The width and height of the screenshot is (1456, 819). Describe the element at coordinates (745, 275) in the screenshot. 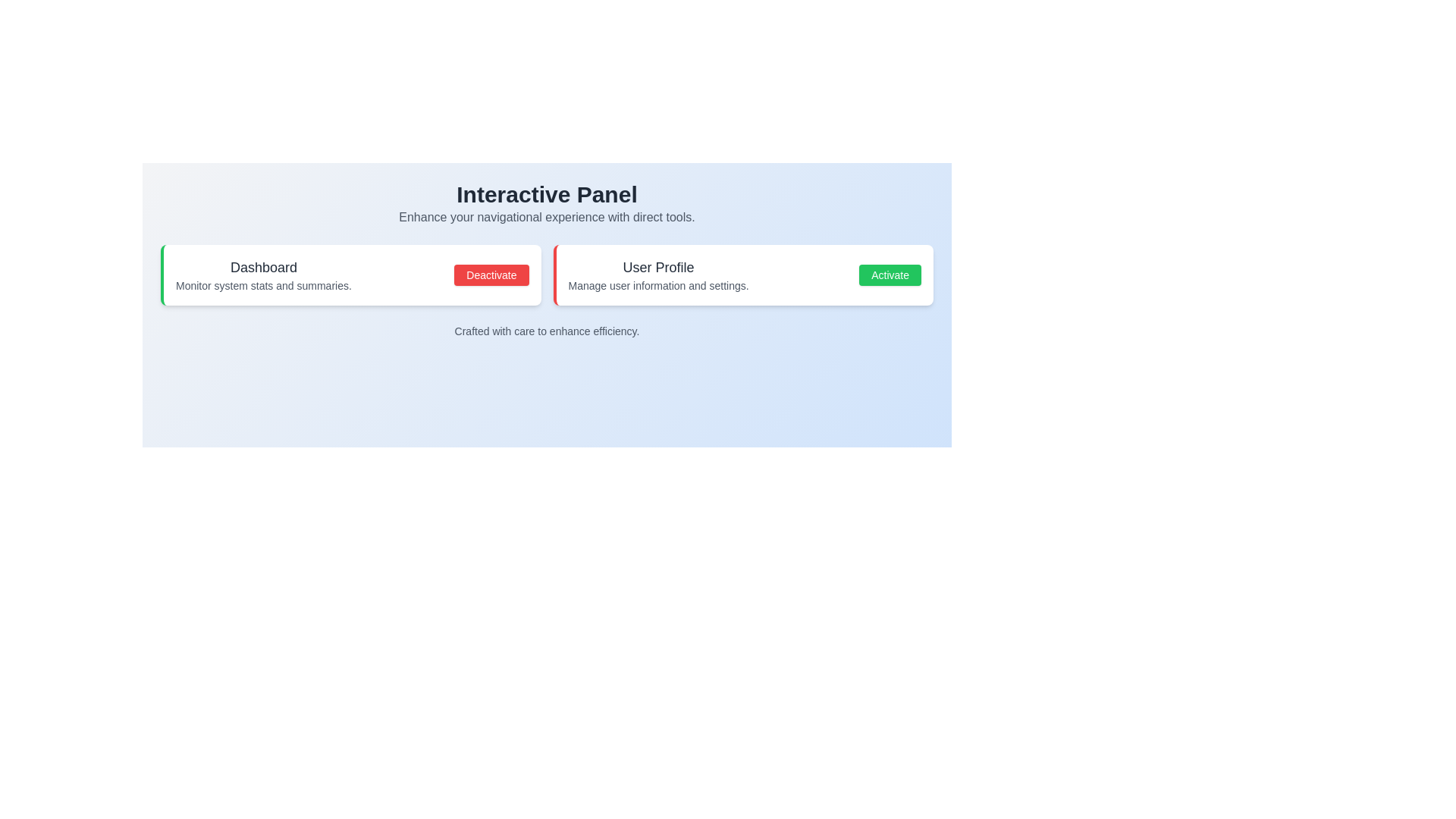

I see `the 'User Profile' section` at that location.